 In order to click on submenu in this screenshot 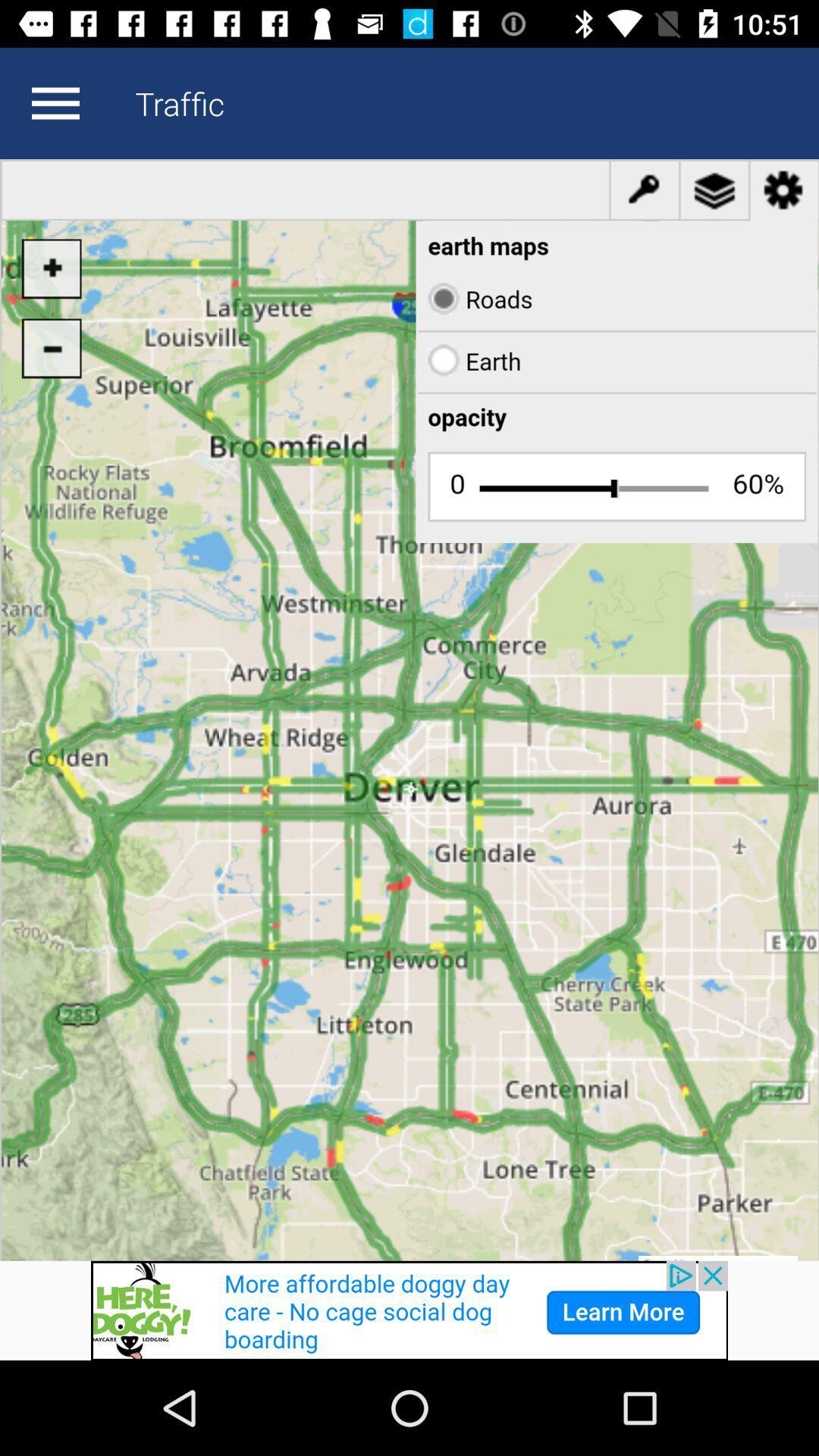, I will do `click(55, 102)`.